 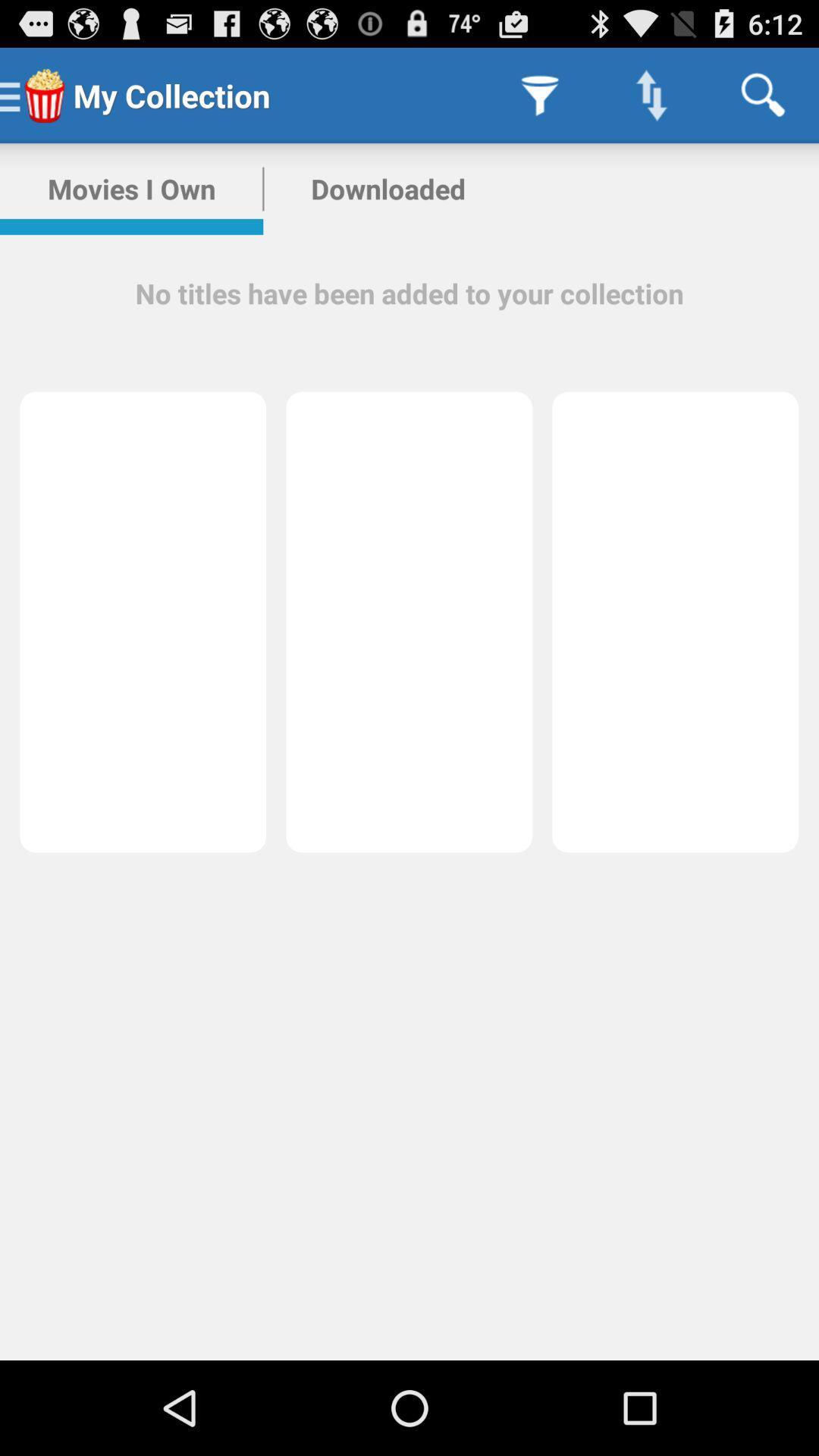 I want to click on icon next to the movies i own item, so click(x=388, y=188).